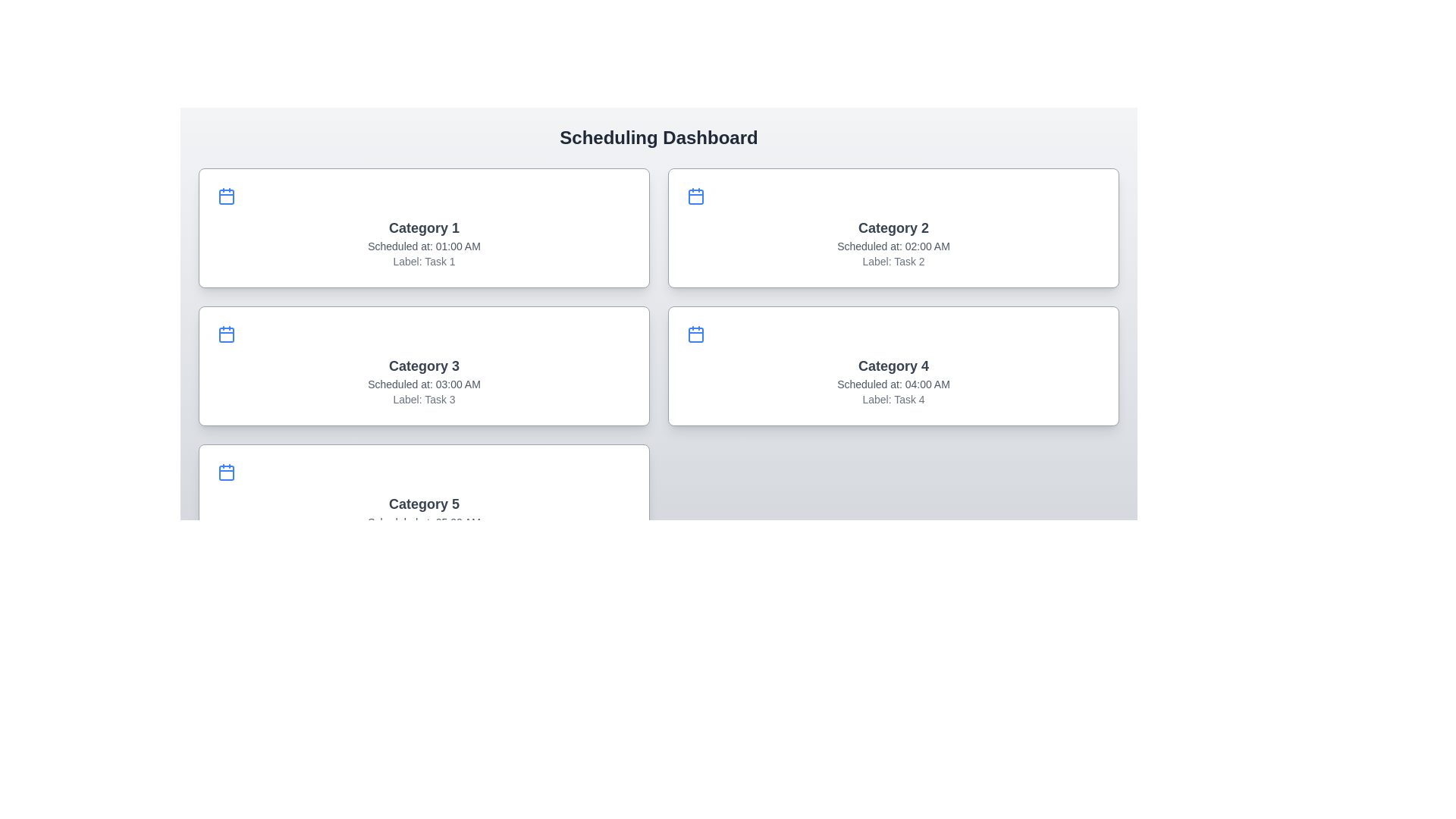 This screenshot has height=819, width=1456. What do you see at coordinates (424, 522) in the screenshot?
I see `the second textual line within the 'Category 5' card, which provides information about the scheduled time for the associated task, positioned below the header 'Category 5' and above the label 'Label: Task 5'` at bounding box center [424, 522].